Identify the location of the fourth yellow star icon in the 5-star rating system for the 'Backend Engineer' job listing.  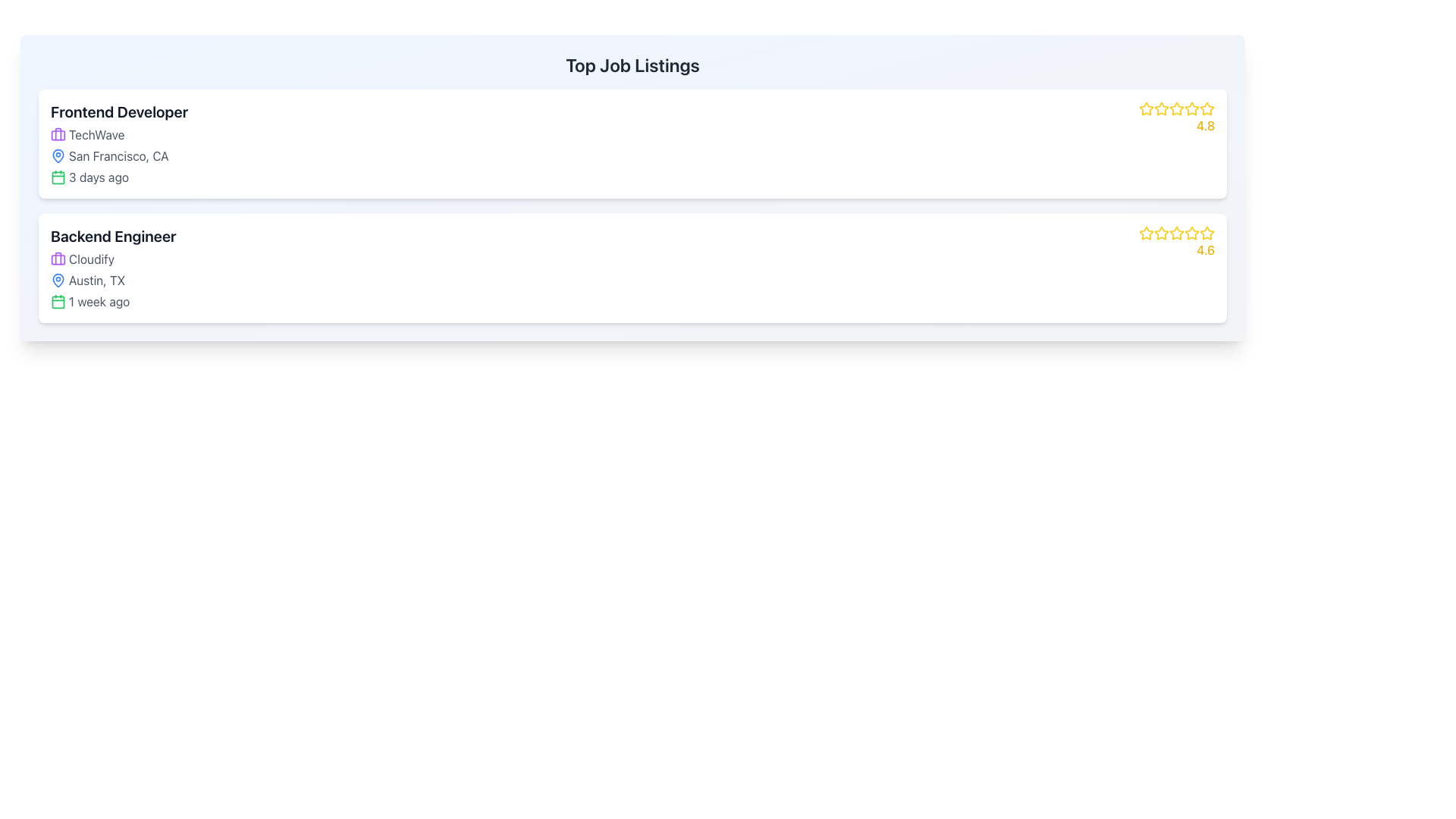
(1175, 234).